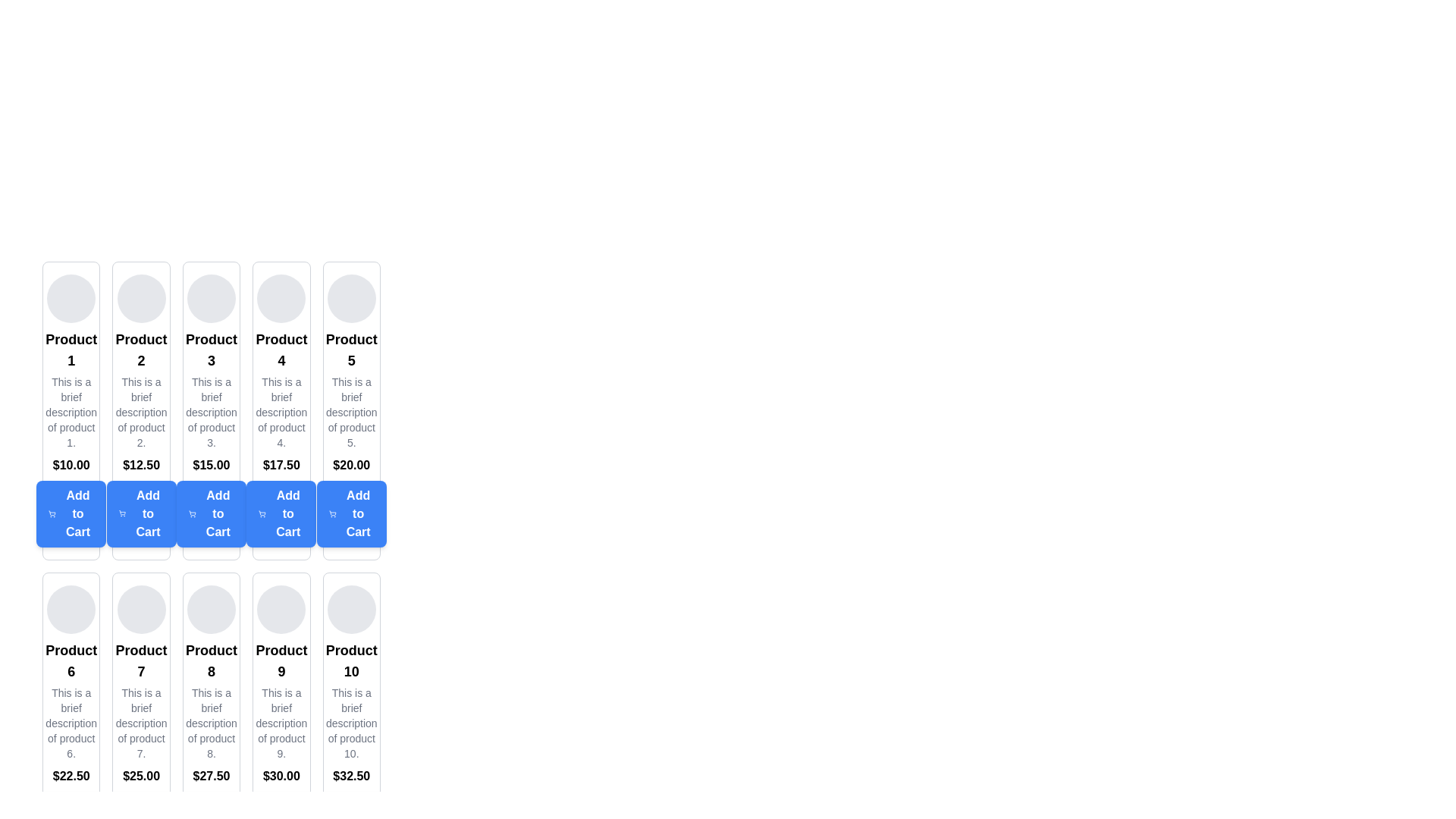 Image resolution: width=1456 pixels, height=819 pixels. Describe the element at coordinates (141, 513) in the screenshot. I see `the button` at that location.